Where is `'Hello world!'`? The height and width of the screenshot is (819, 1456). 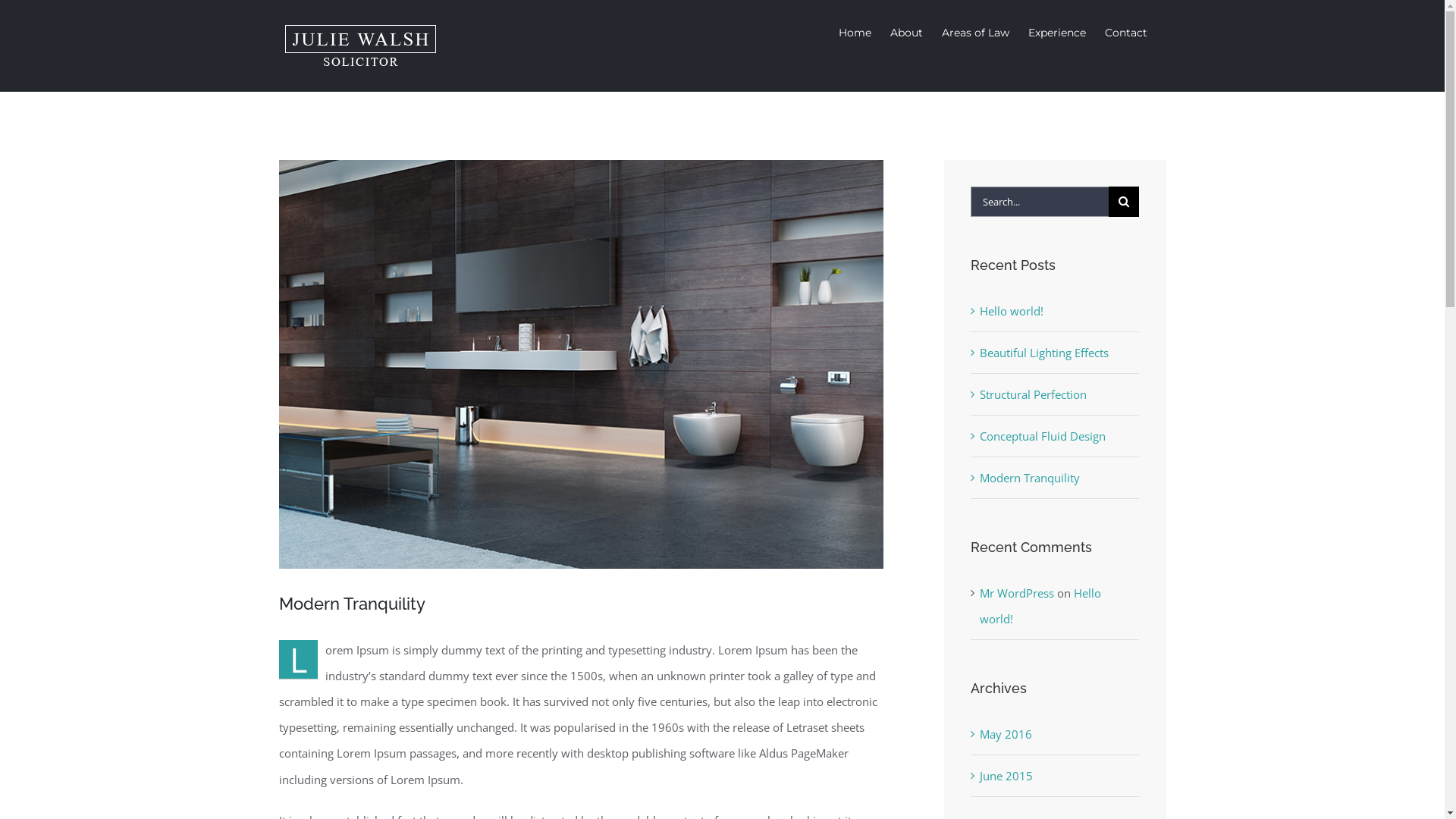
'Hello world!' is located at coordinates (1040, 604).